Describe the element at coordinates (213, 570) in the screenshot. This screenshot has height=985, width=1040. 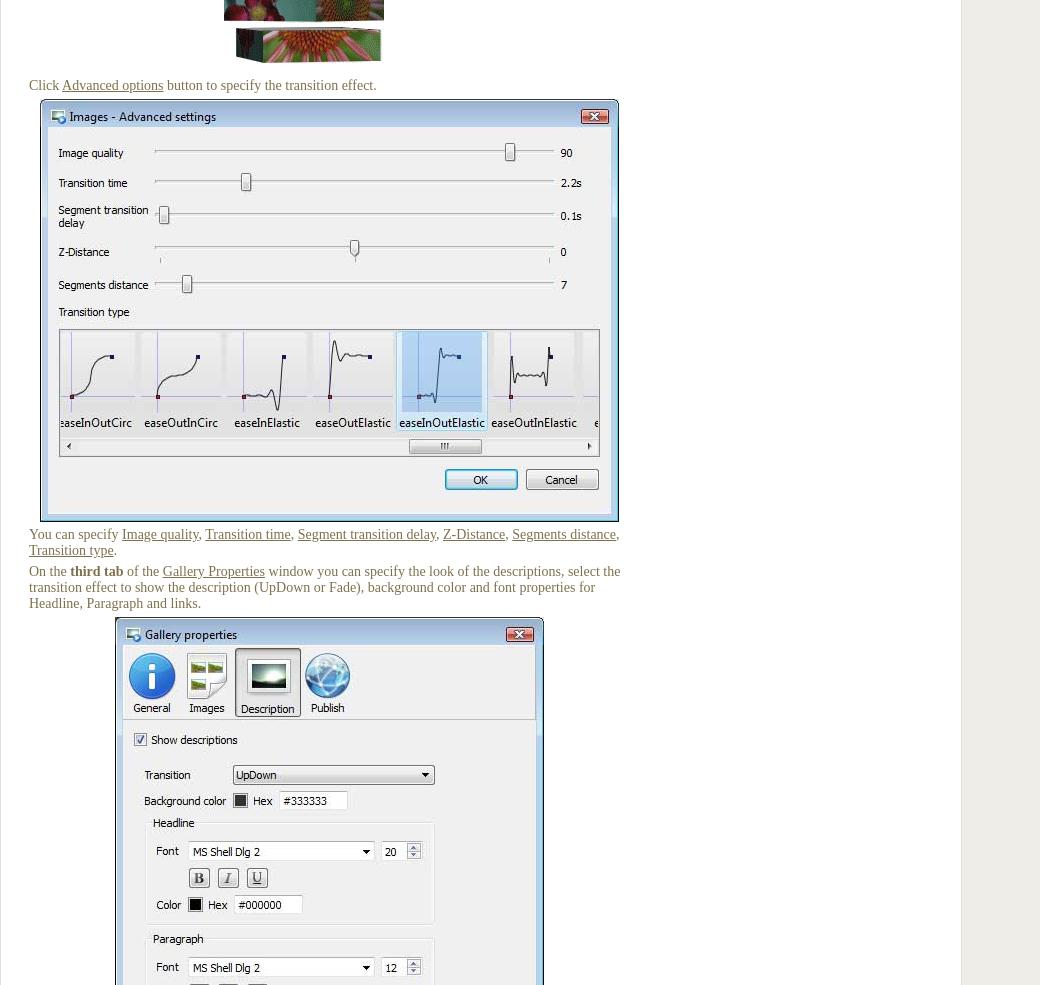
I see `'Gallery Properties'` at that location.